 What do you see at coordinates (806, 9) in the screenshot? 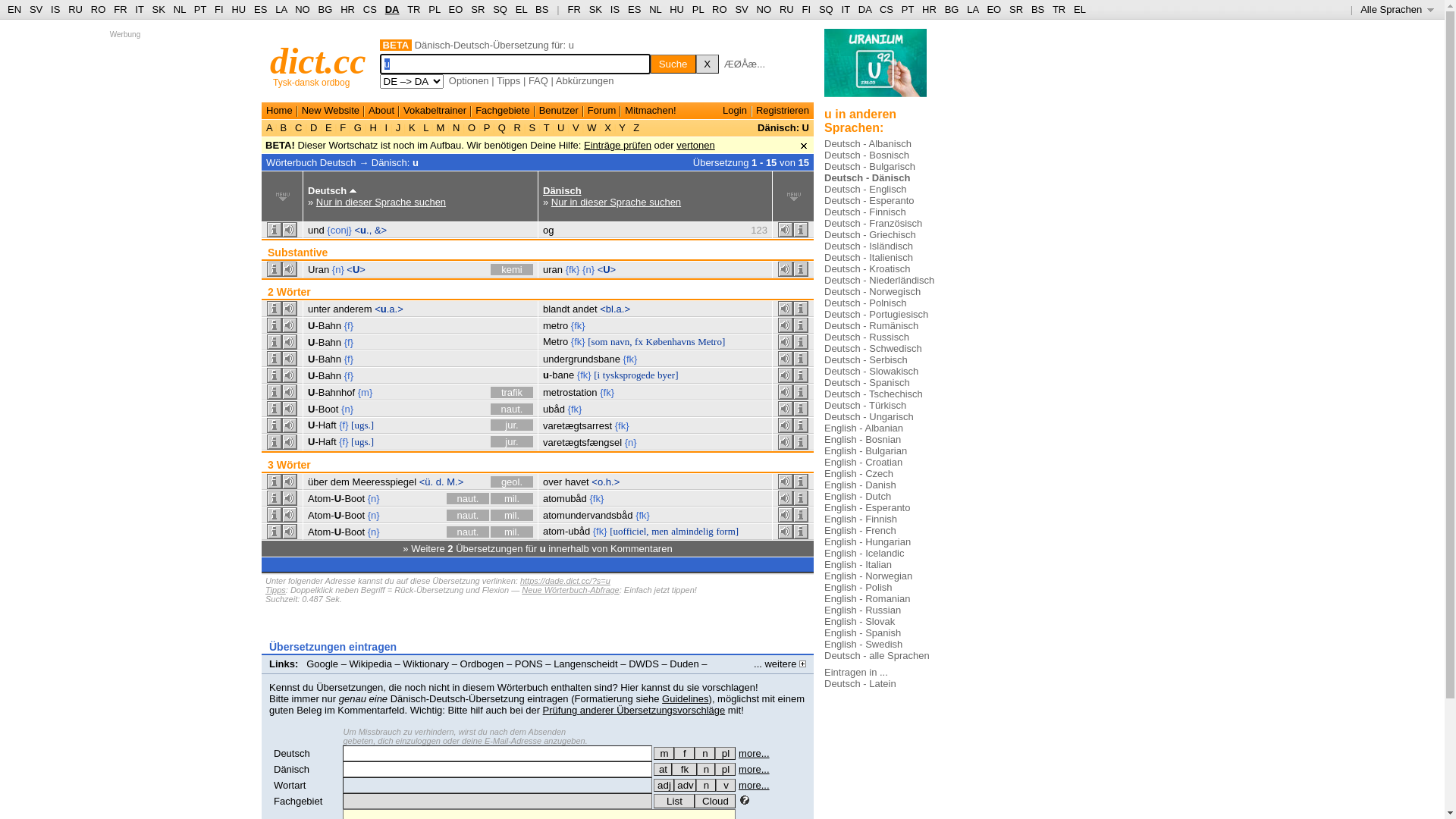
I see `'FI'` at bounding box center [806, 9].